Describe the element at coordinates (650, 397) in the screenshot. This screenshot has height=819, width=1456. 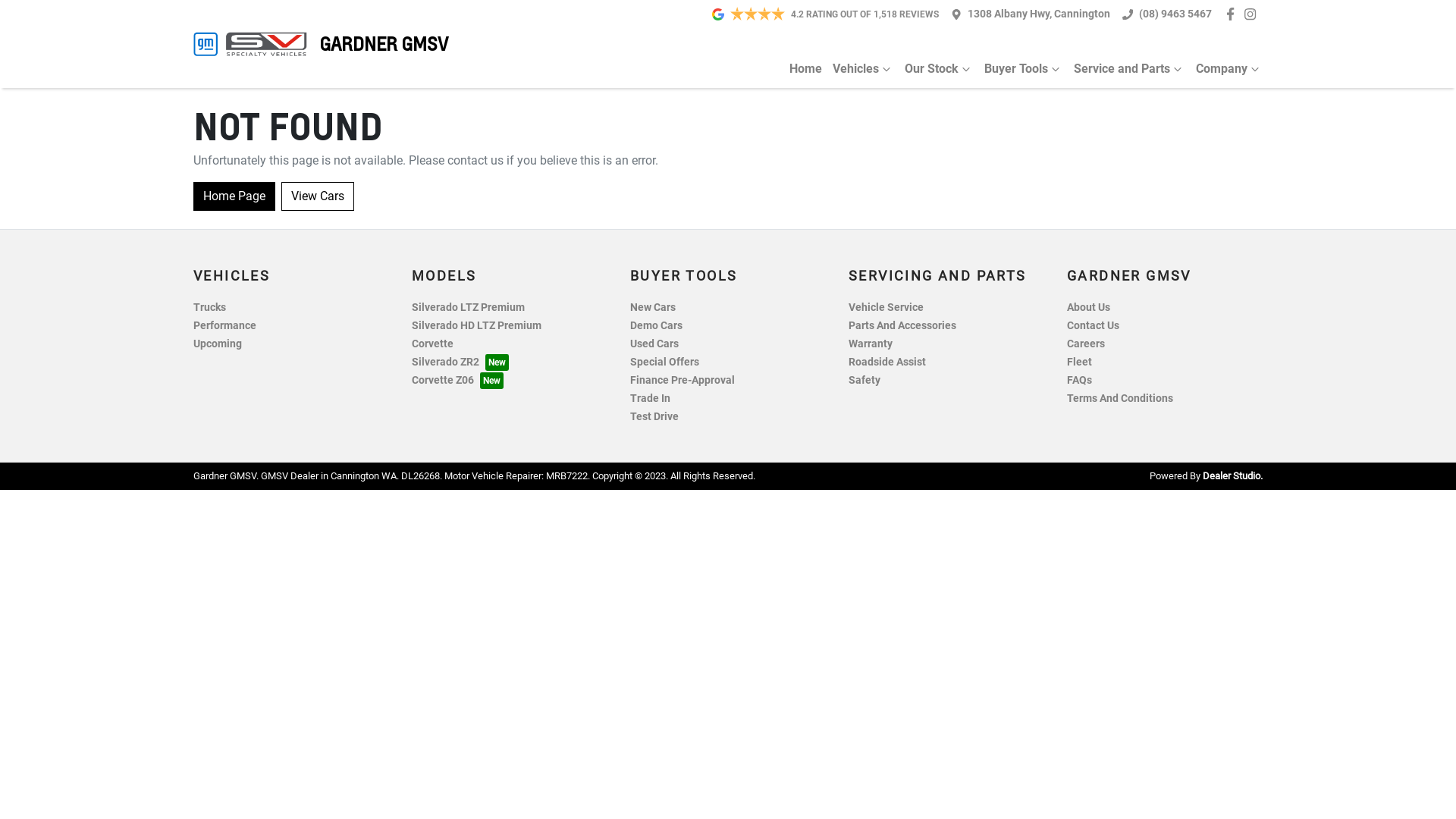
I see `'Trade In'` at that location.